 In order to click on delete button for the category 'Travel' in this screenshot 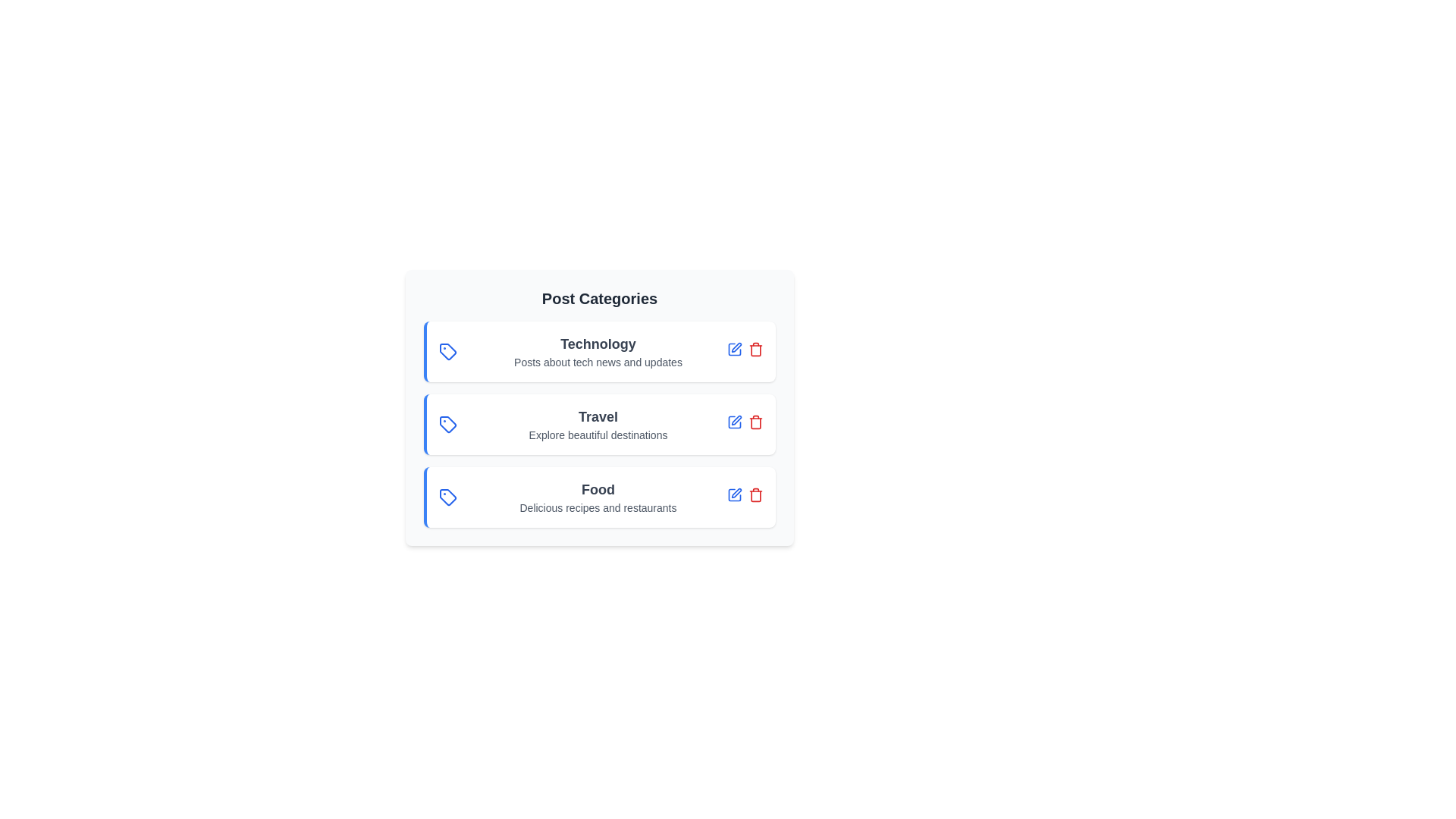, I will do `click(756, 422)`.